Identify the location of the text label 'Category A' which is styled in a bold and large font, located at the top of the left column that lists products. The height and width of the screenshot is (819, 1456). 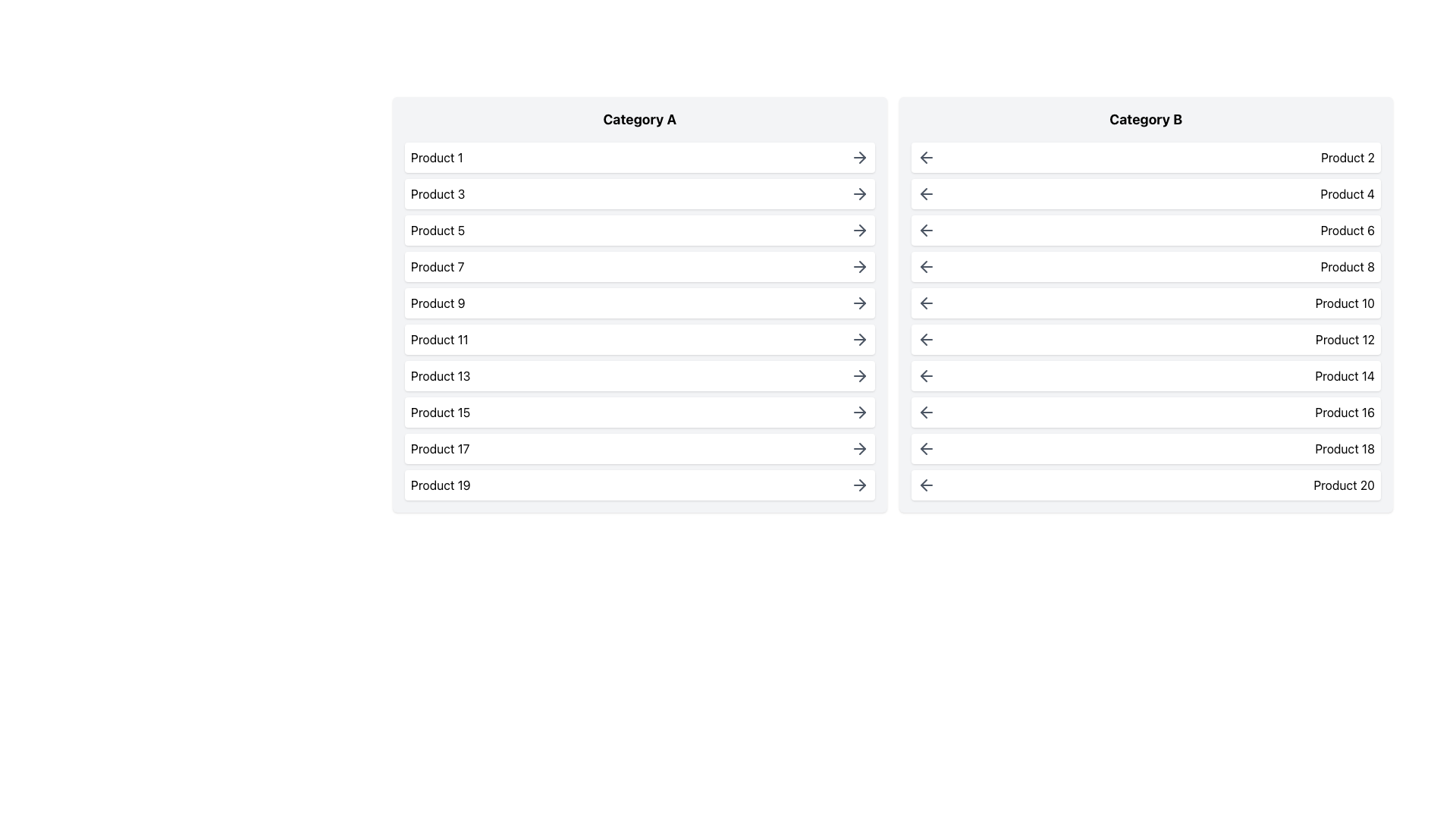
(639, 119).